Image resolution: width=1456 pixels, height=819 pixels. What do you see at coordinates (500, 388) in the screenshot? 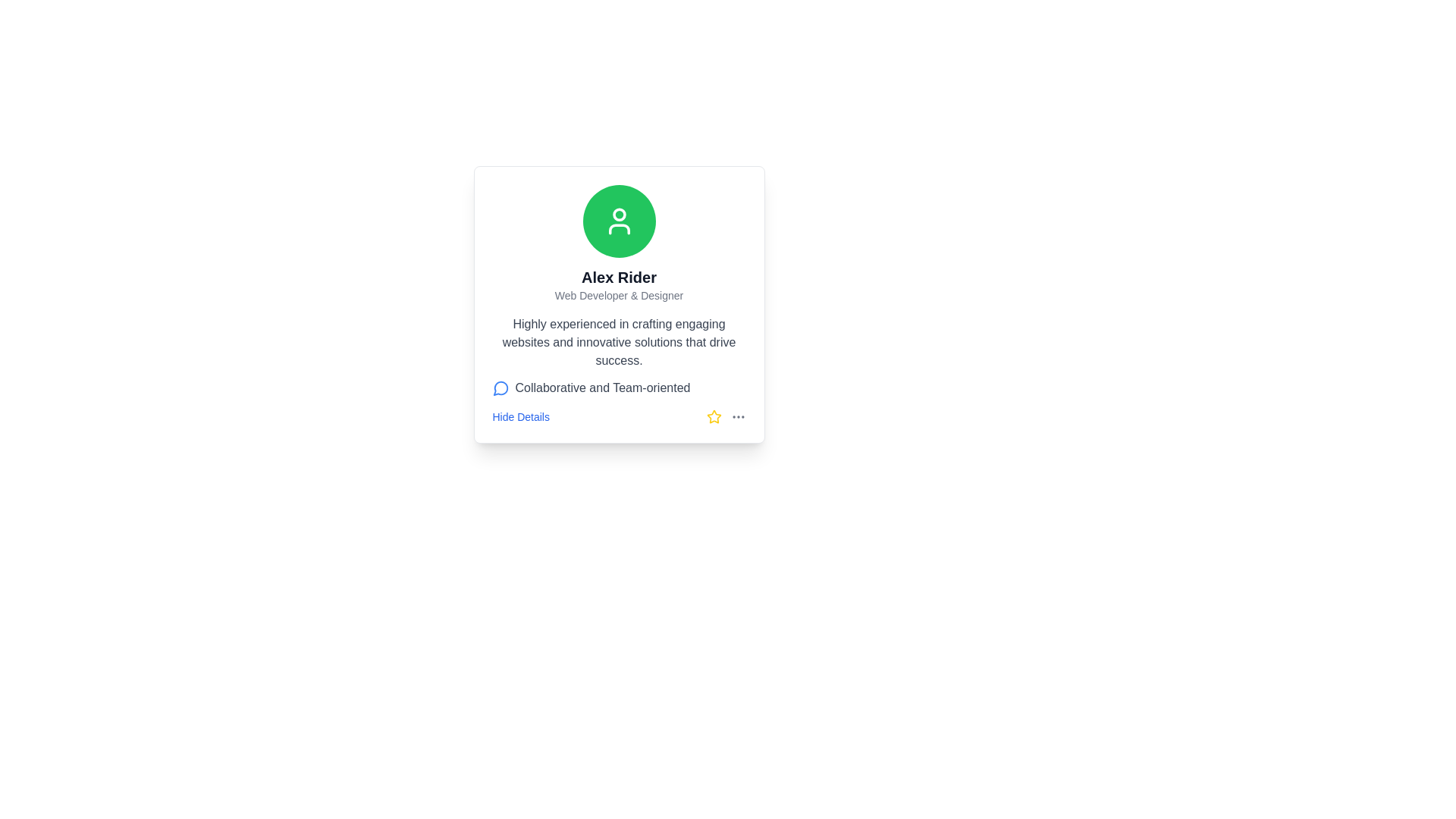
I see `the communication or teamwork icon located to the left of the text 'Collaborative and Team-oriented'` at bounding box center [500, 388].